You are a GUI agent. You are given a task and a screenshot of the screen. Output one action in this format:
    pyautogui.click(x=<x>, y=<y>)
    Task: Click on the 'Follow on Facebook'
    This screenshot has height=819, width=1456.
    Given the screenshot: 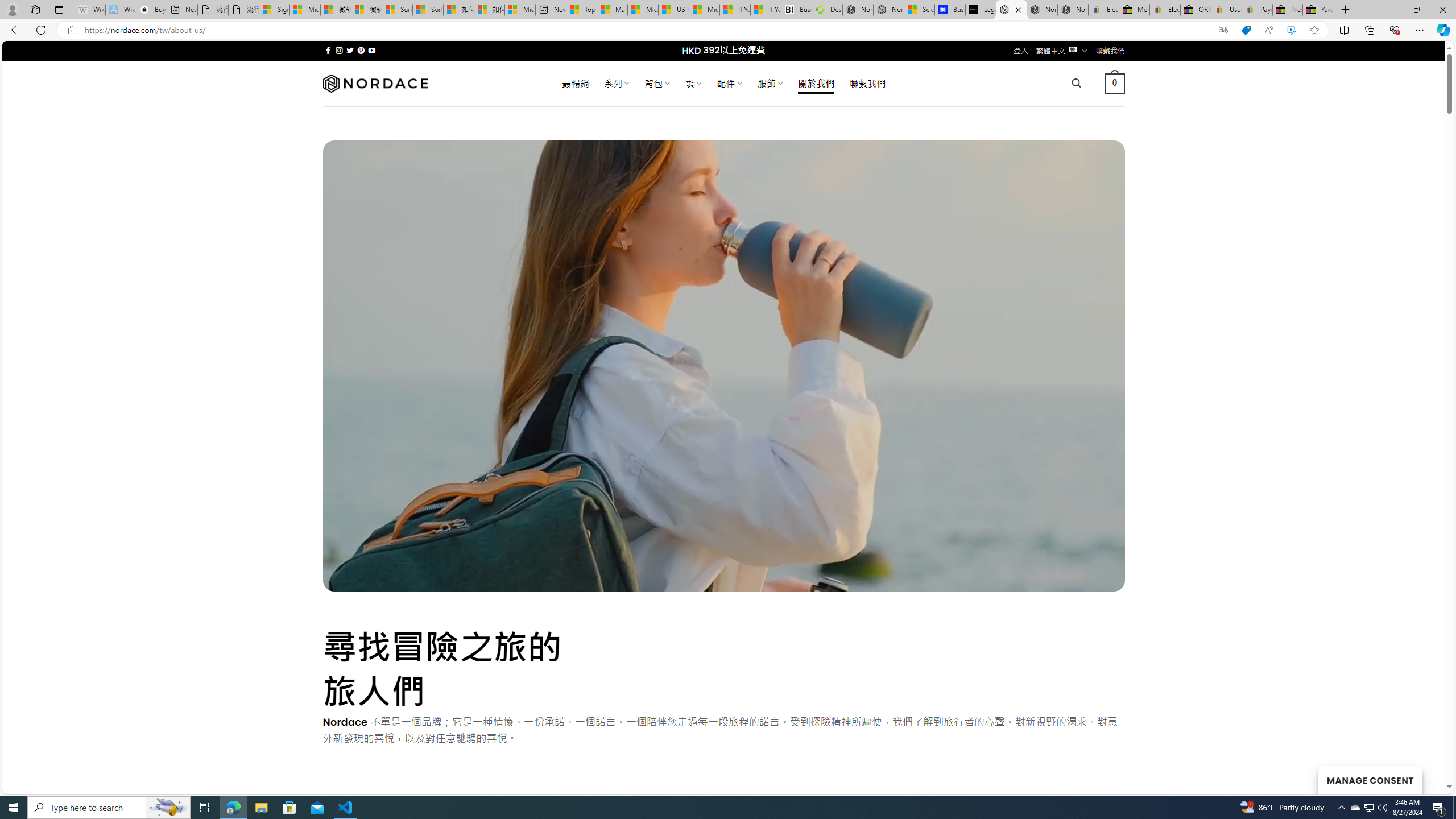 What is the action you would take?
    pyautogui.click(x=328, y=50)
    